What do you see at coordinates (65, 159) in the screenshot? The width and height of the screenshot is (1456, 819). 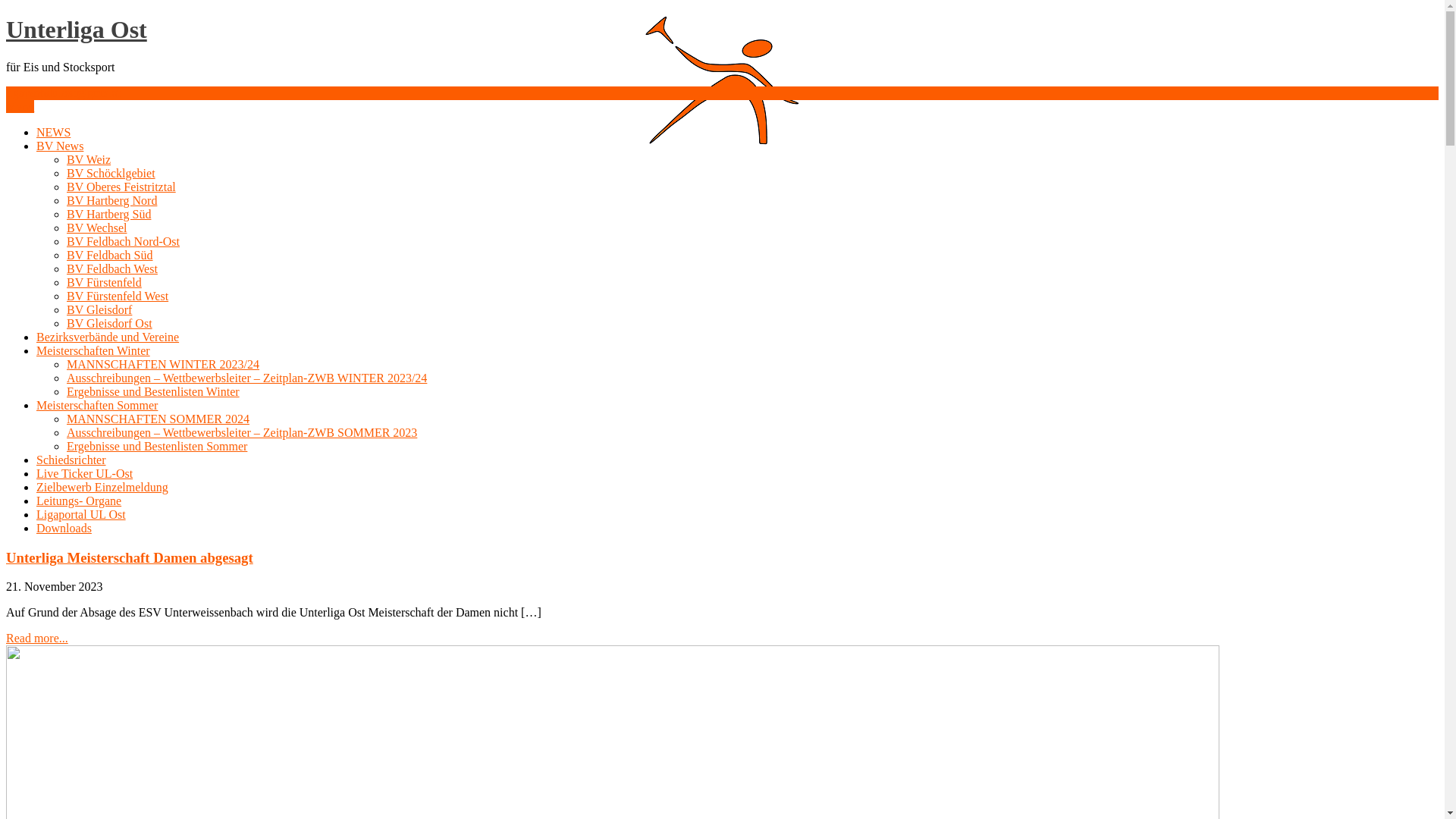 I see `'BV Weiz'` at bounding box center [65, 159].